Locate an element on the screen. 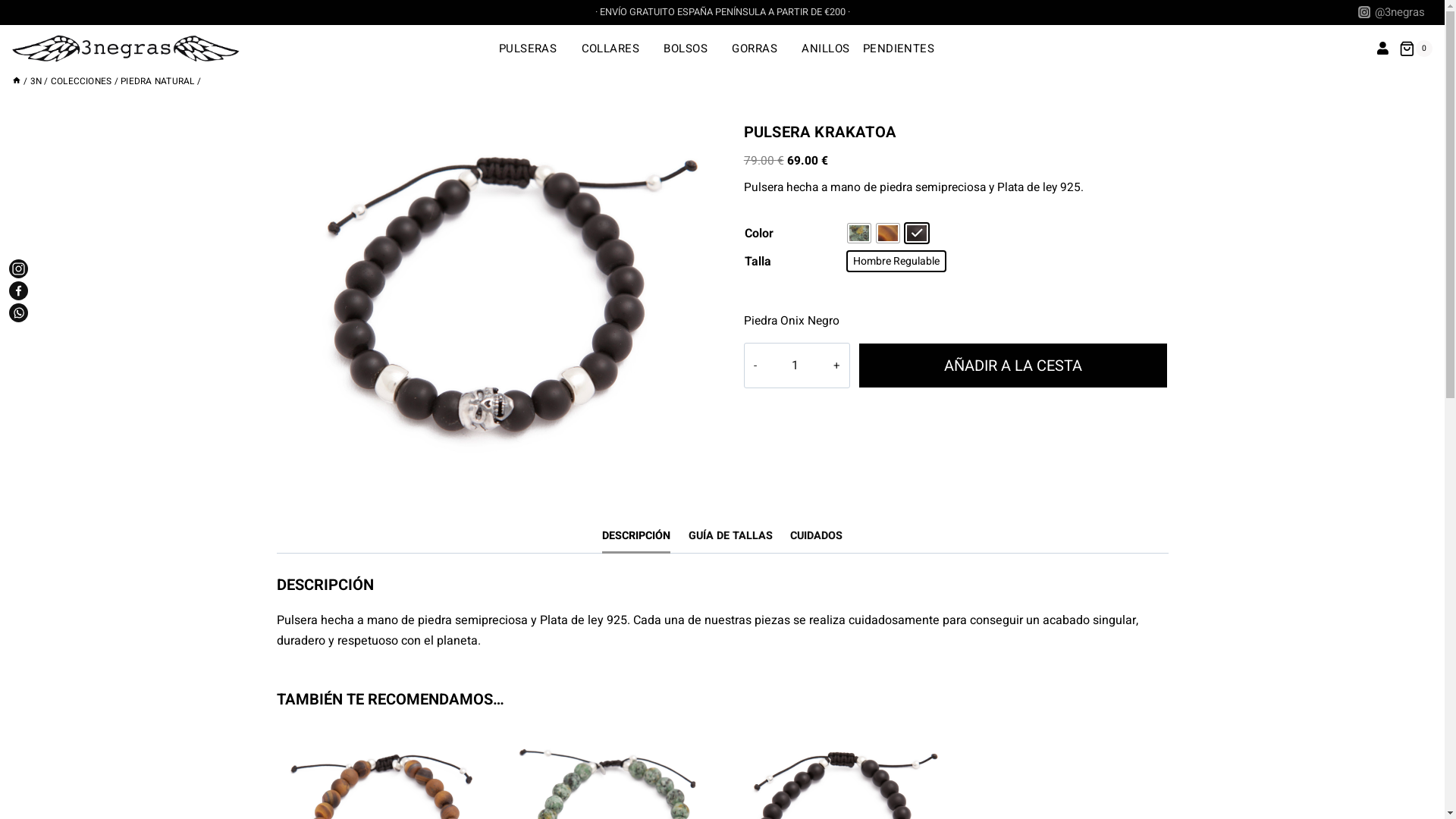 The image size is (1456, 819). 'Piedra Onix negro' is located at coordinates (916, 233).